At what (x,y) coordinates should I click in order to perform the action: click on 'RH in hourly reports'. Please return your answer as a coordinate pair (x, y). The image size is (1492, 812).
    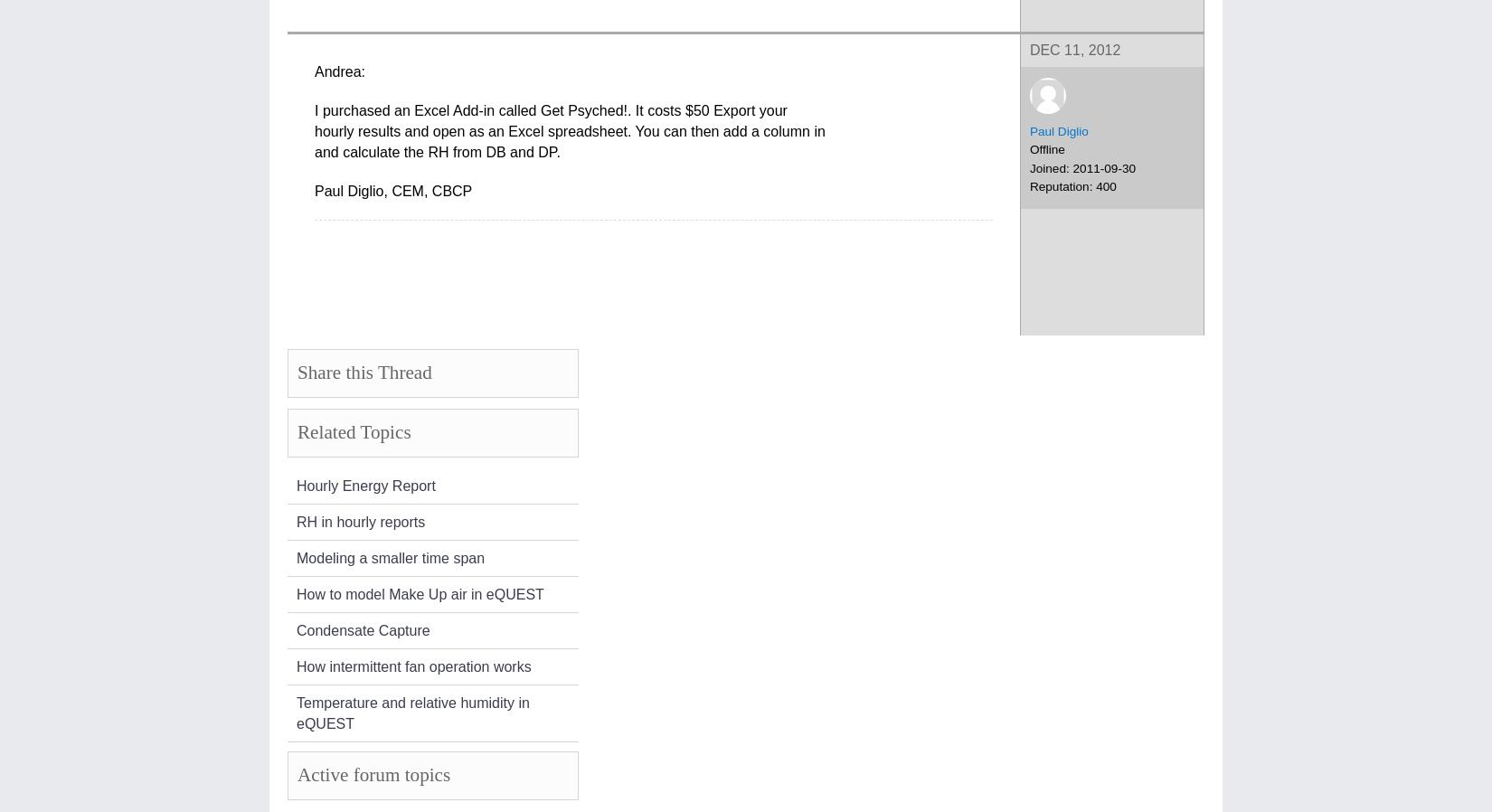
    Looking at the image, I should click on (297, 520).